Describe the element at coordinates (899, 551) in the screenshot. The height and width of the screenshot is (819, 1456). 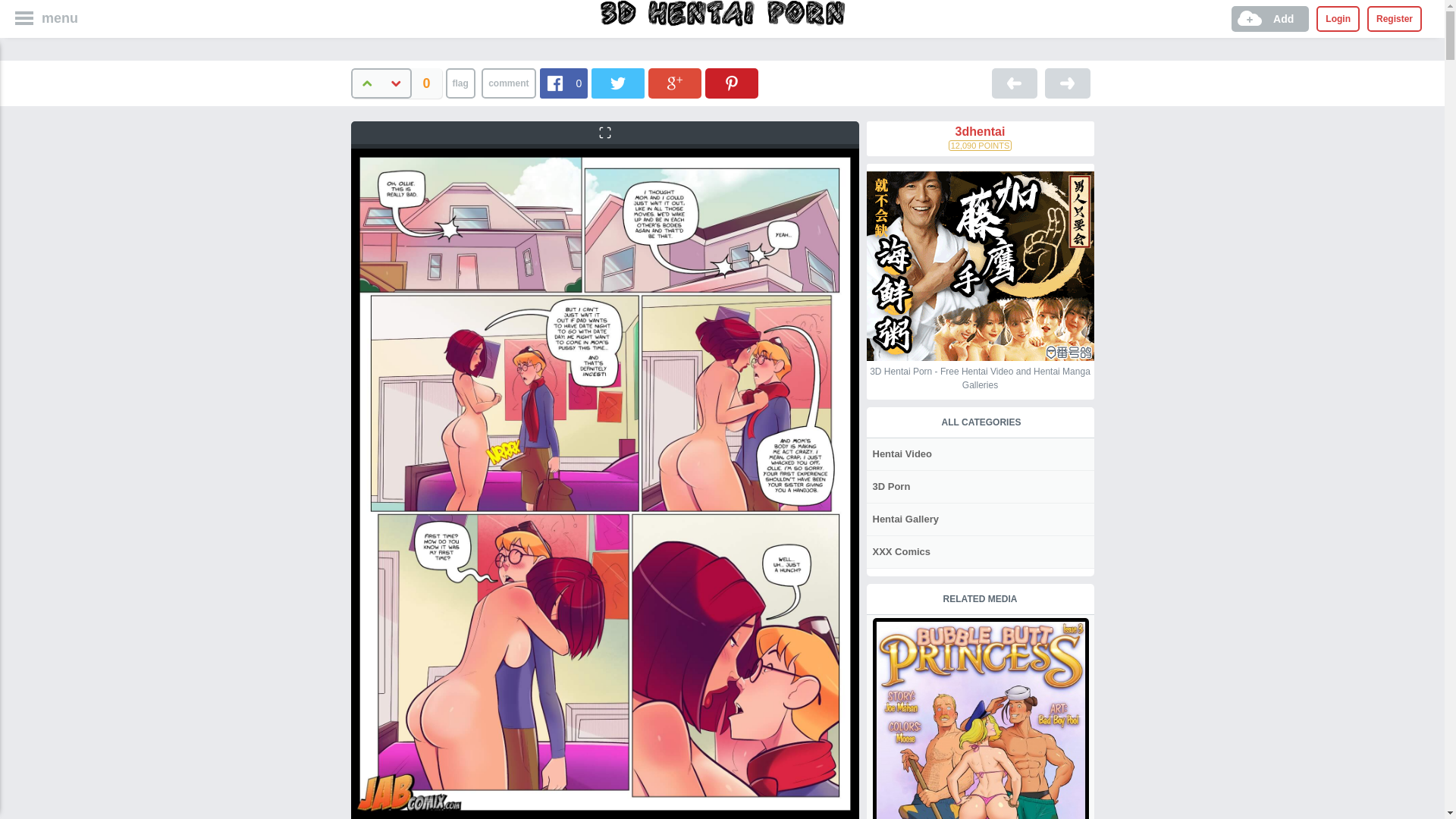
I see `'XXX Comics'` at that location.